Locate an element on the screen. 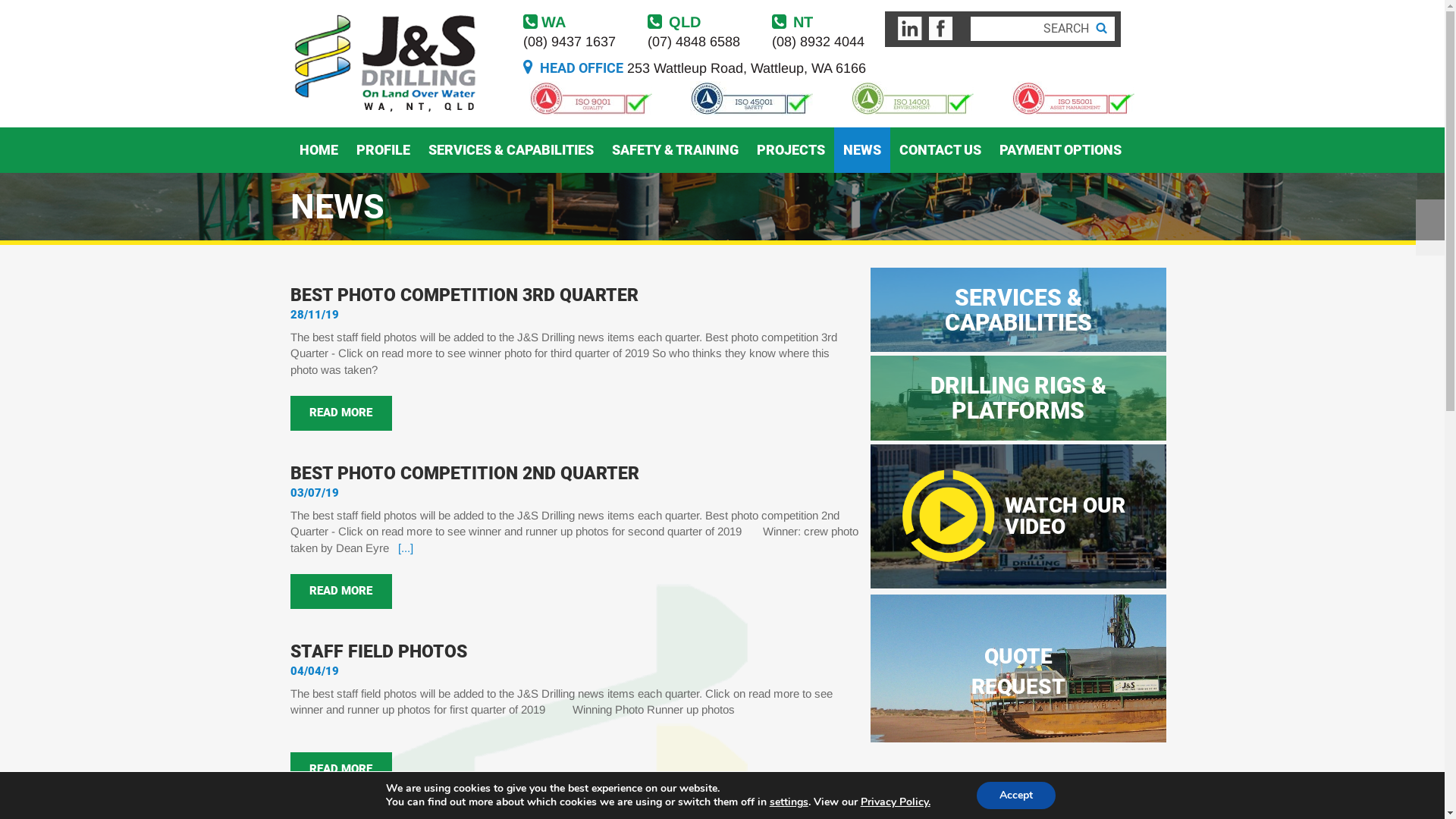 This screenshot has width=1456, height=819. 'PROFILE' is located at coordinates (383, 149).